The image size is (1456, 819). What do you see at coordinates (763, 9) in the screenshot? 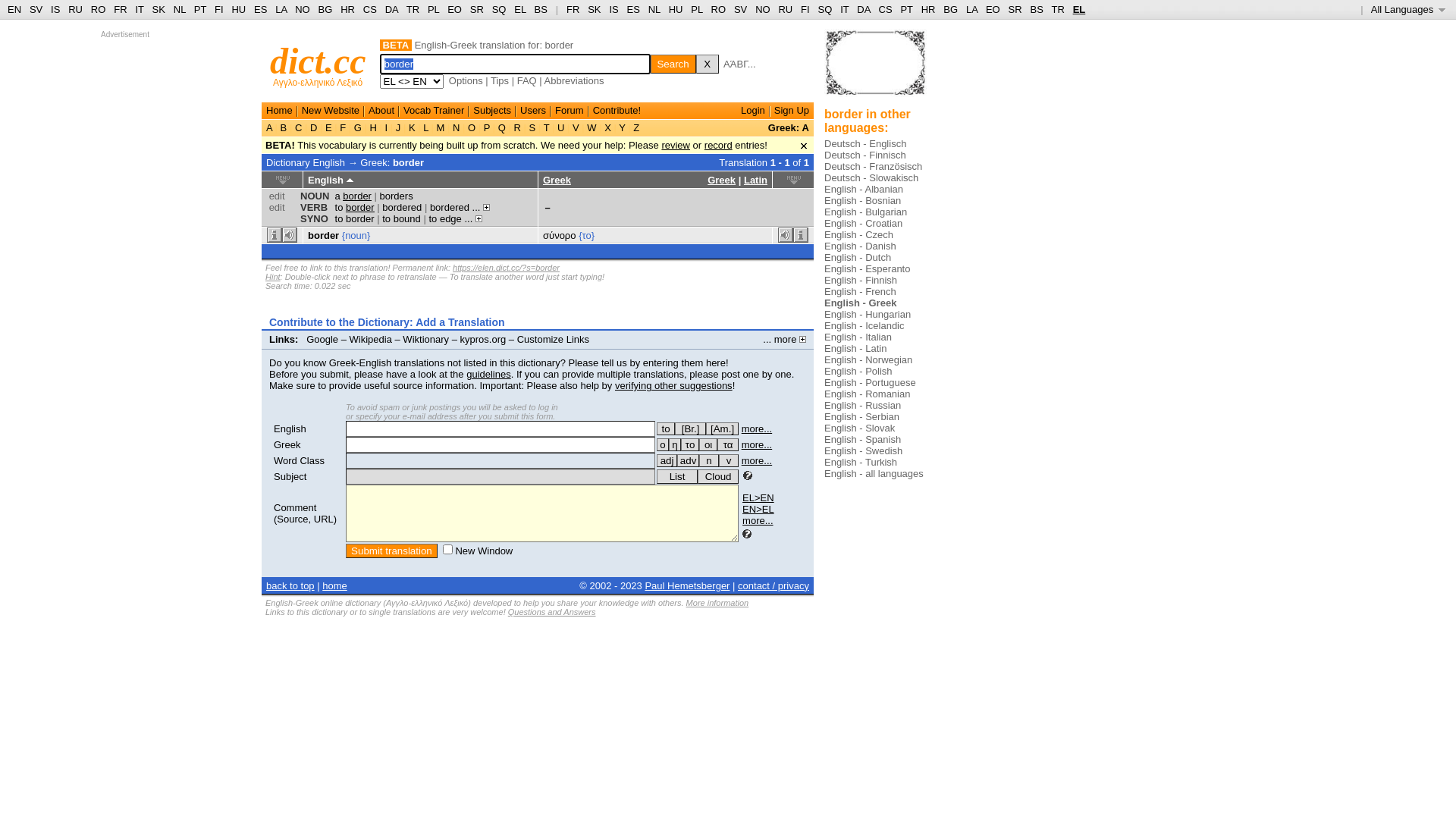
I see `'NO'` at bounding box center [763, 9].